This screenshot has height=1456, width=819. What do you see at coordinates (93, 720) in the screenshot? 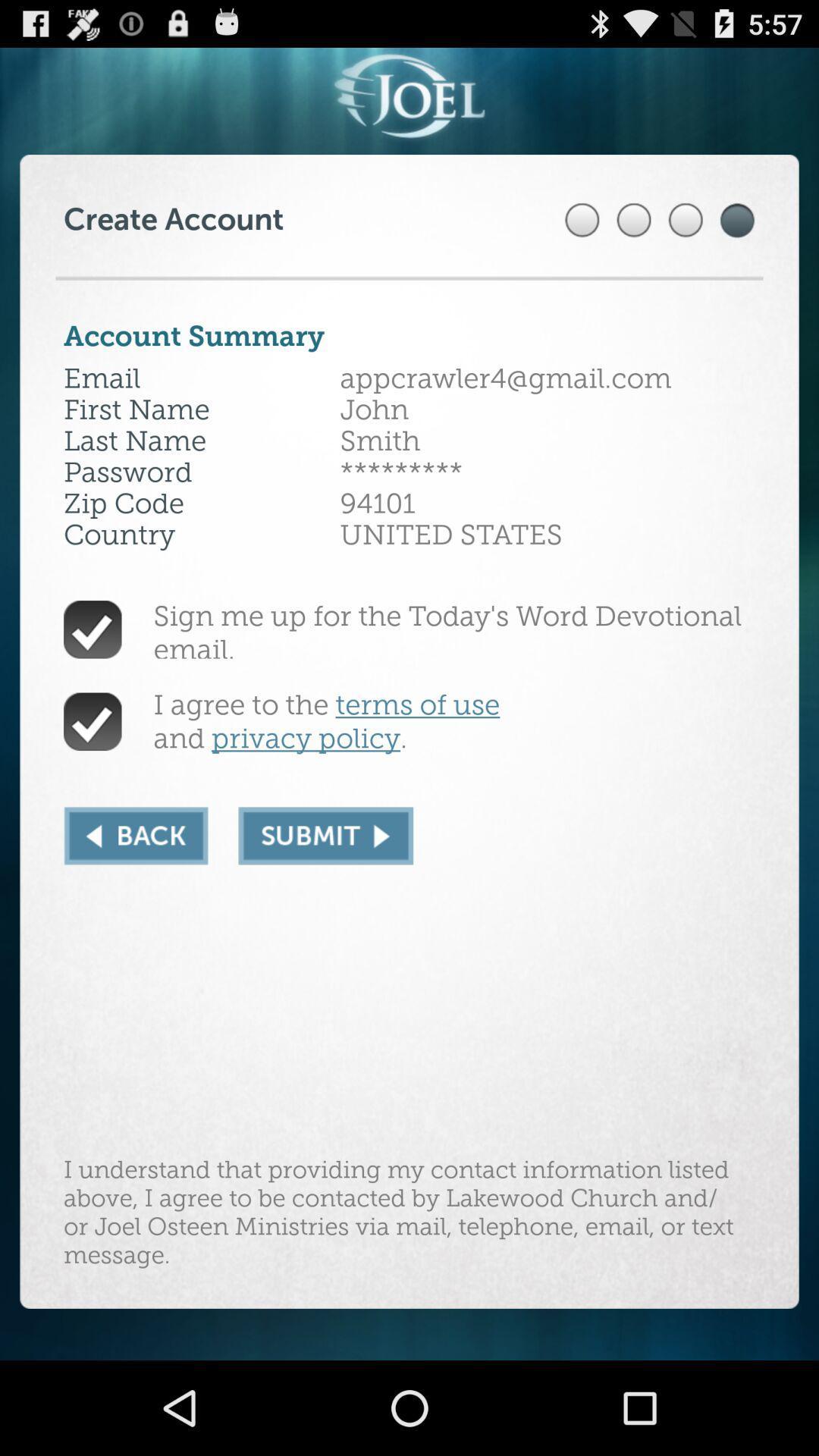
I see `verify agreement terms` at bounding box center [93, 720].